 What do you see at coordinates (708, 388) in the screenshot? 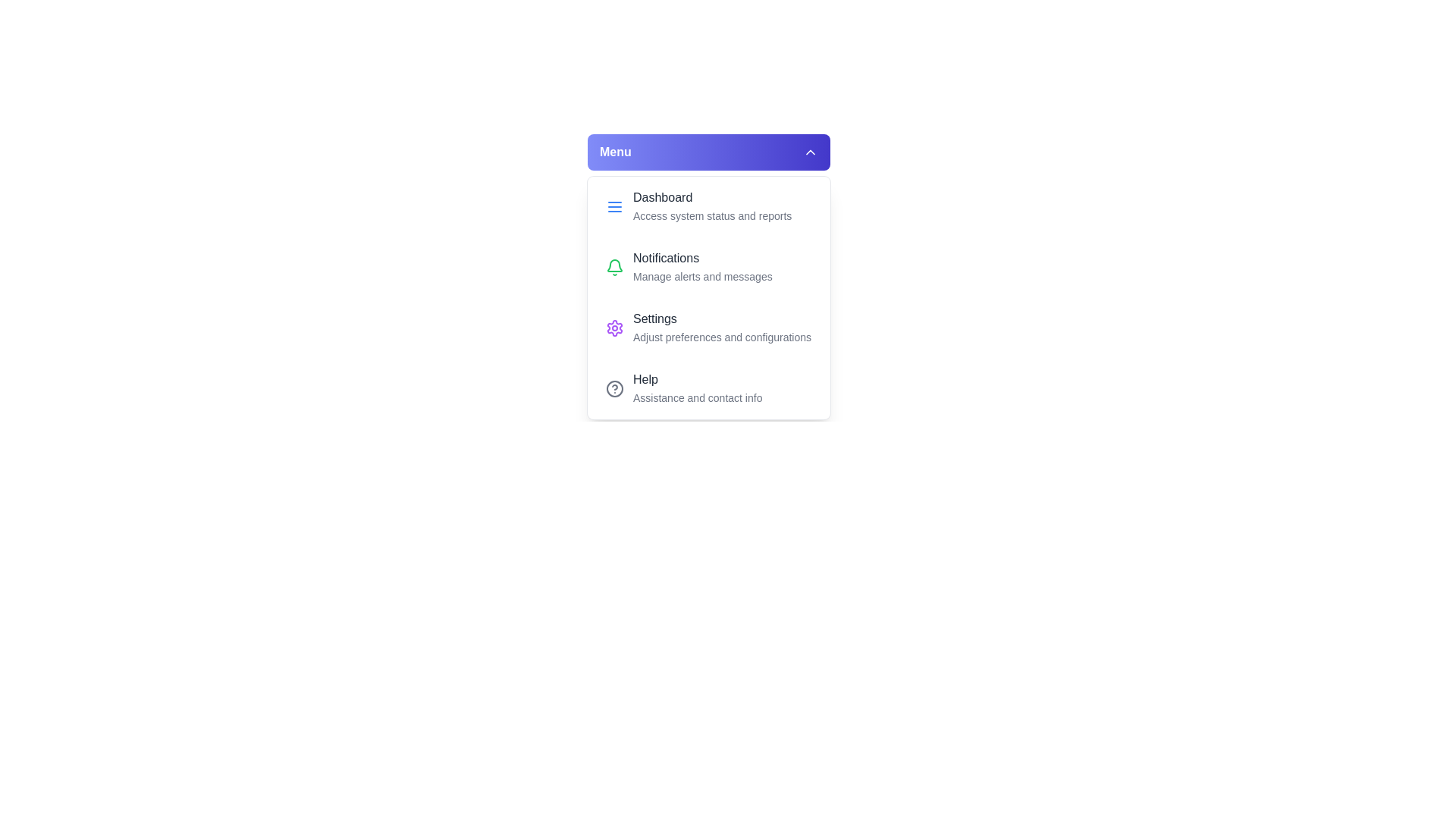
I see `the 'Help' navigation item with icon and text` at bounding box center [708, 388].